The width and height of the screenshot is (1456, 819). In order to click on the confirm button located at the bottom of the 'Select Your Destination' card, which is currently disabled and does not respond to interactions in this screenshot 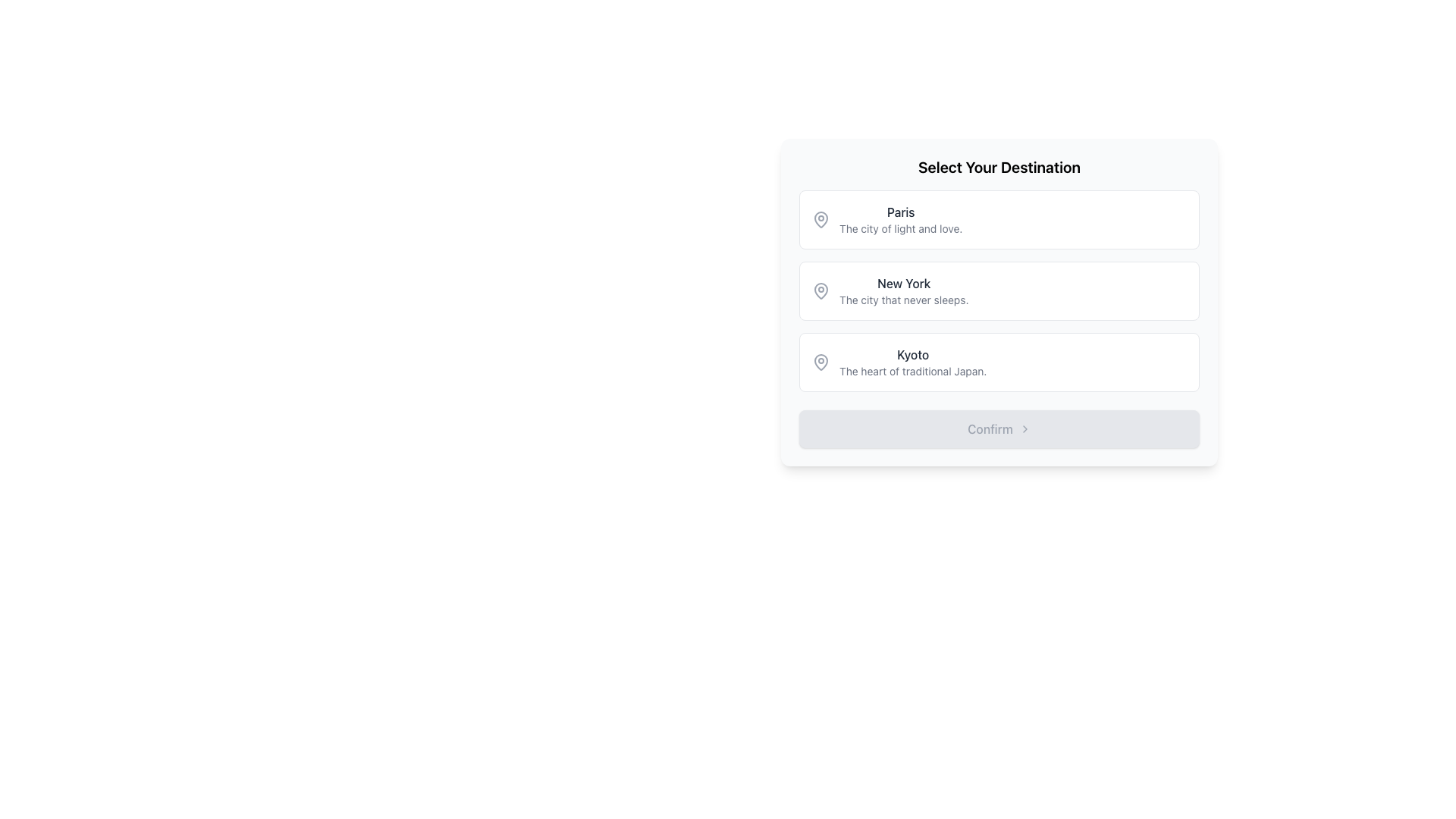, I will do `click(999, 429)`.